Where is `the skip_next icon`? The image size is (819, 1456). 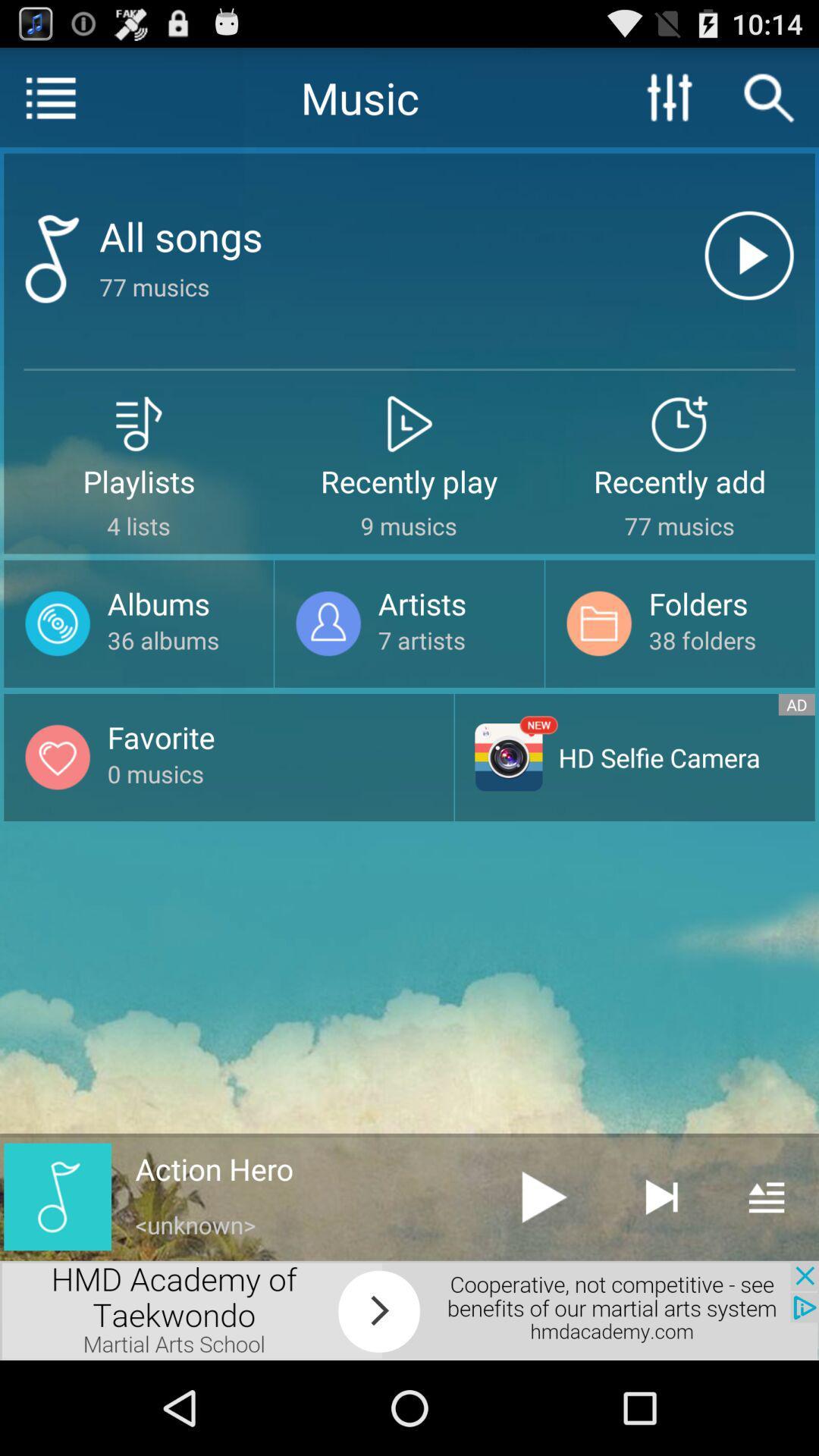
the skip_next icon is located at coordinates (660, 1280).